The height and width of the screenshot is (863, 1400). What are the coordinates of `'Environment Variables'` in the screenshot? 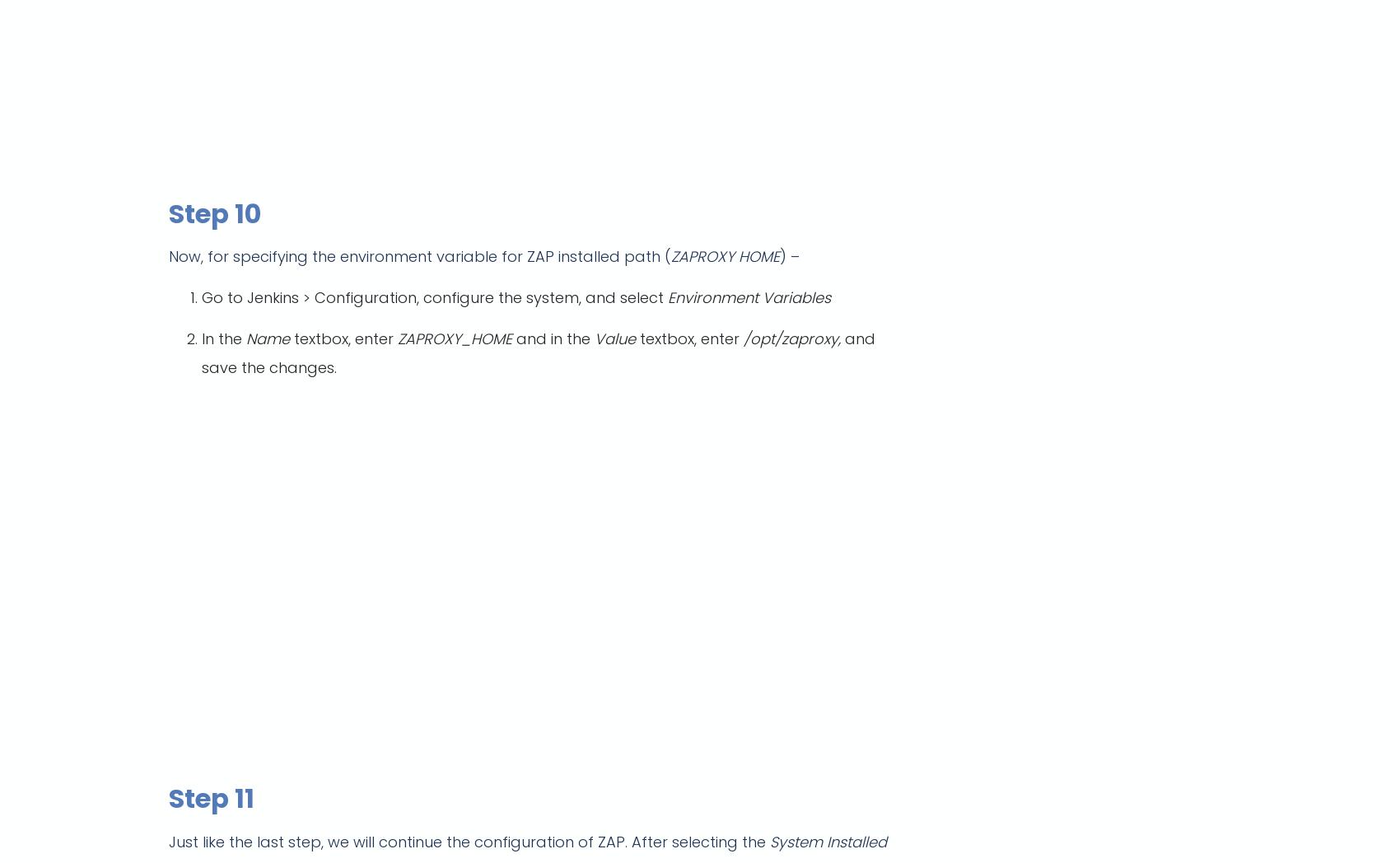 It's located at (749, 296).